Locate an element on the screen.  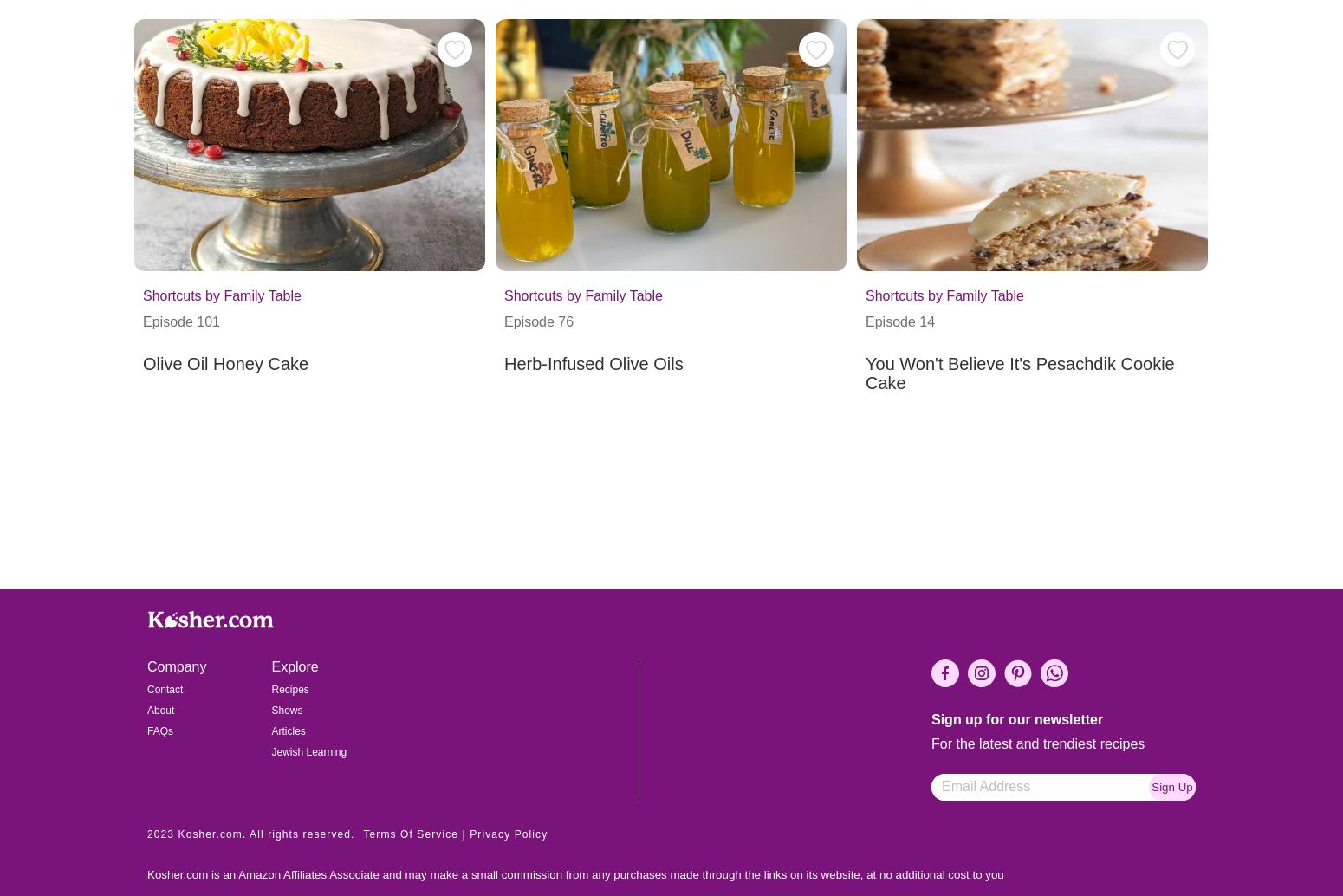
'Sign Up' is located at coordinates (1171, 786).